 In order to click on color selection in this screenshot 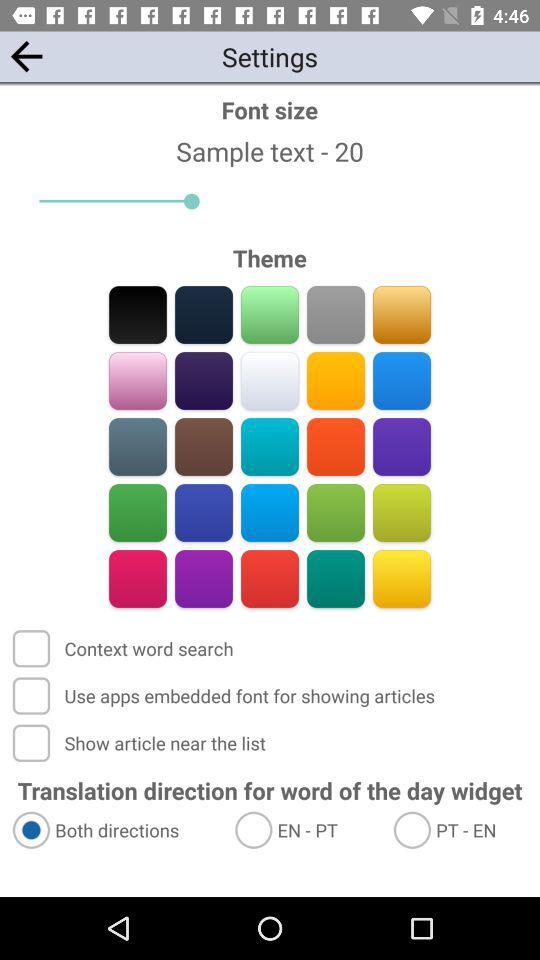, I will do `click(335, 380)`.